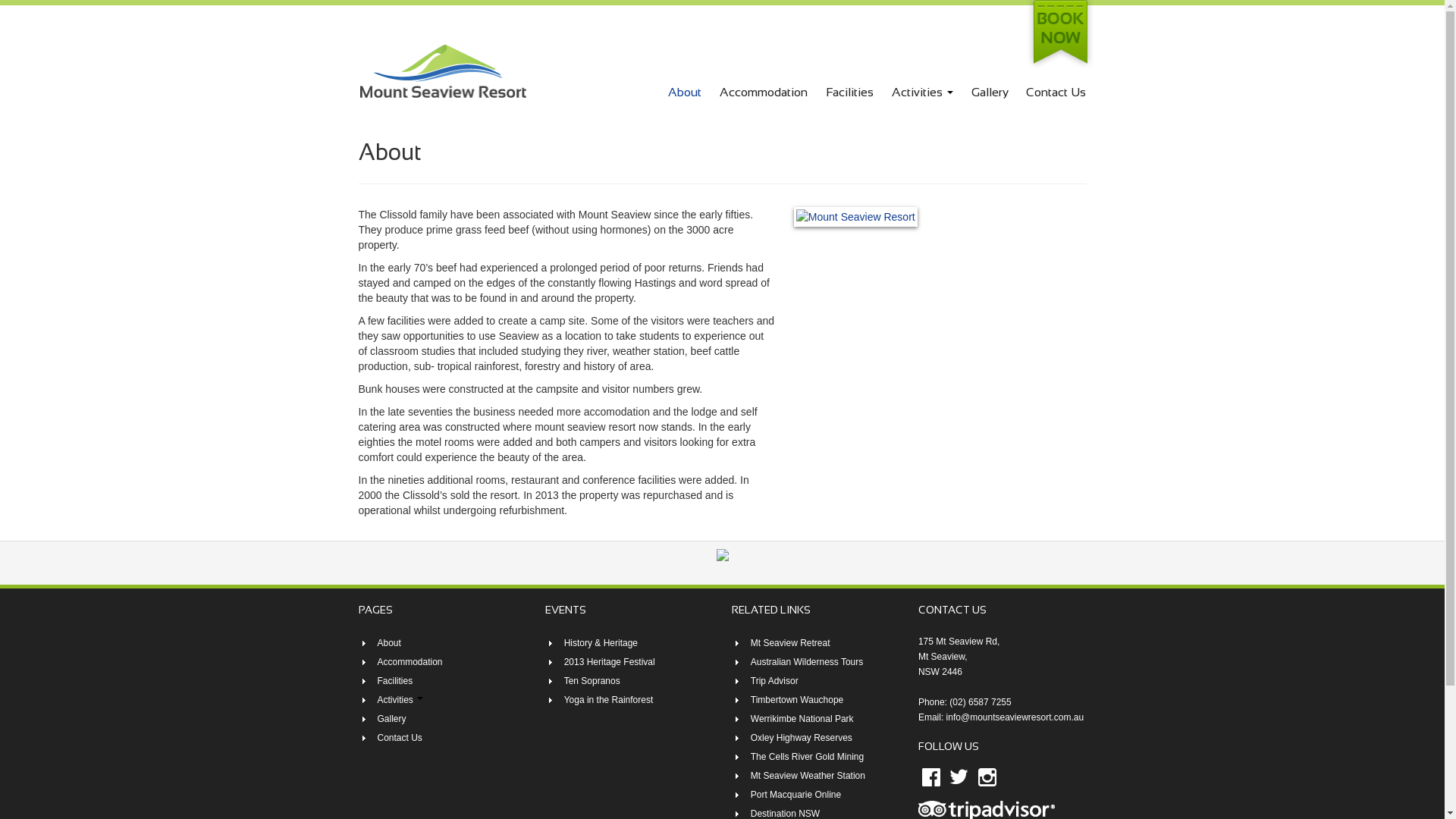 Image resolution: width=1456 pixels, height=819 pixels. I want to click on 'Mt Seaview Weather Station', so click(807, 775).